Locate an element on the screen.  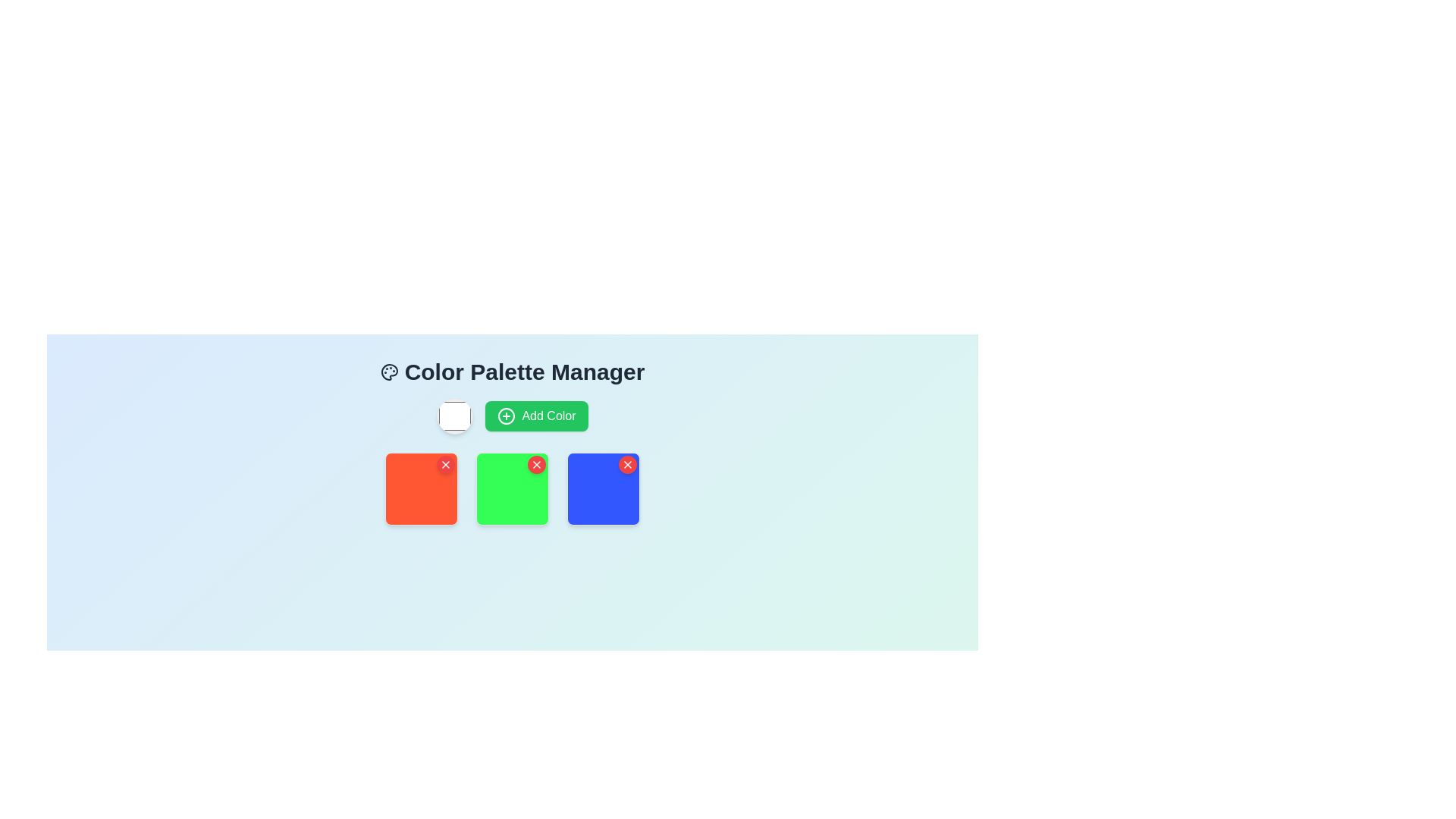
the delete button located at the top-right corner of the Interactive Color Tile, which is the third tile in a row of three tiles in the grid layout is located at coordinates (603, 488).